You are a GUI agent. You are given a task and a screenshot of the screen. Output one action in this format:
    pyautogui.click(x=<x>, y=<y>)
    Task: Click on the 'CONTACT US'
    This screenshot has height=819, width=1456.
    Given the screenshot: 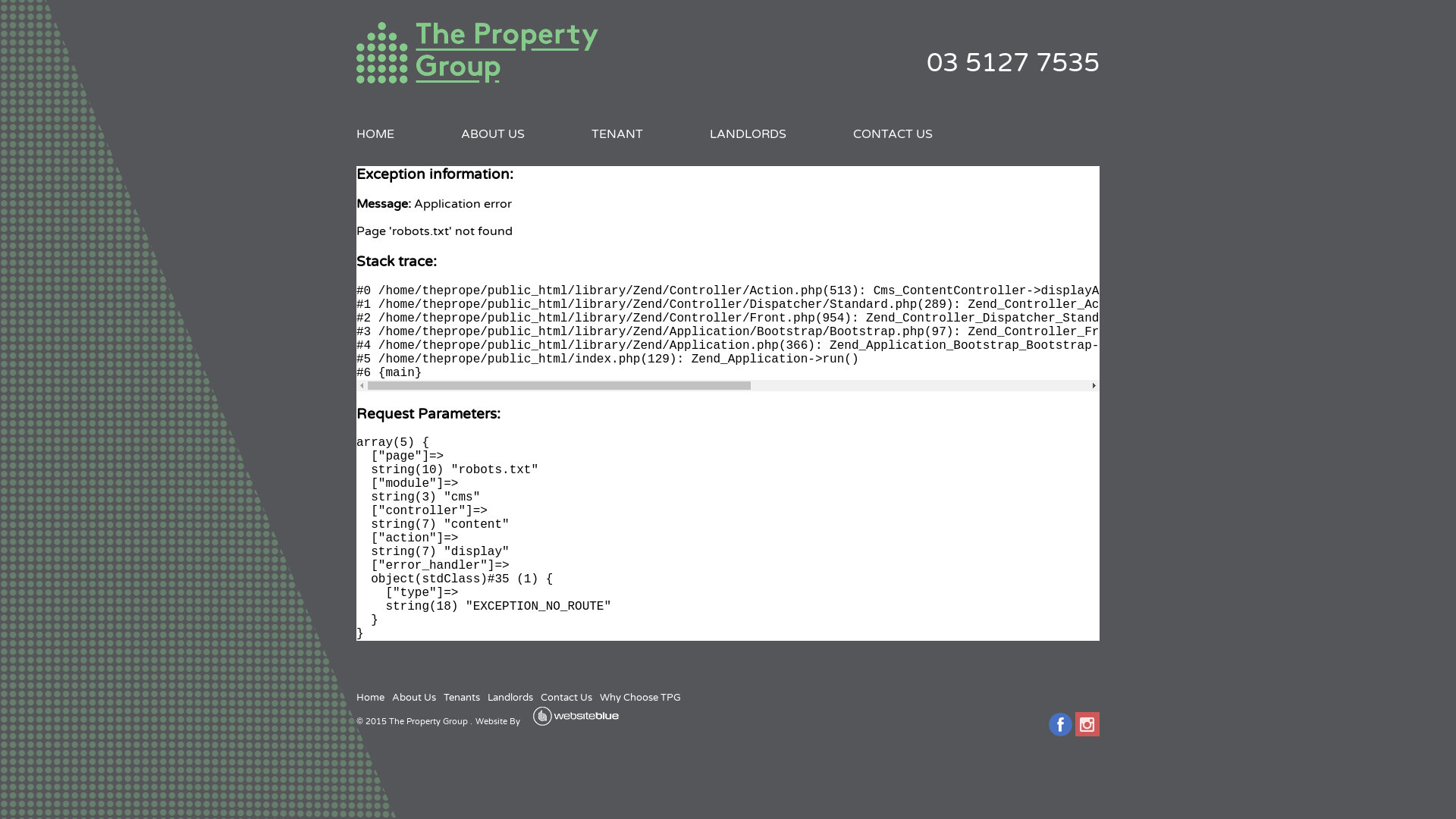 What is the action you would take?
    pyautogui.click(x=893, y=133)
    